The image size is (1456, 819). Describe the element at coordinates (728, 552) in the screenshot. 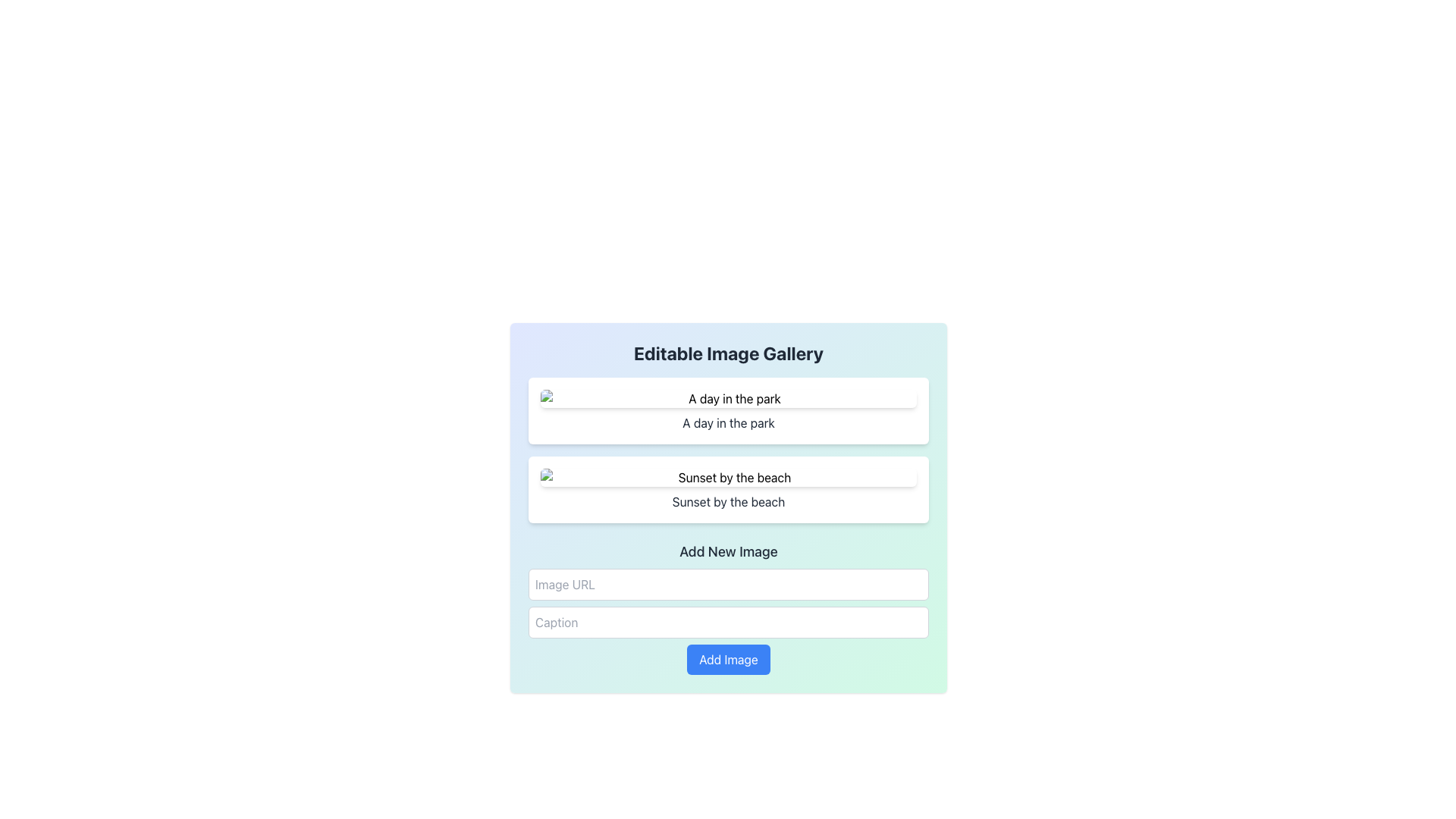

I see `the text label that reads 'Add New Image', which is styled with a large, bold font and medium gray color, positioned above the 'Image URL' and 'Caption' text fields` at that location.